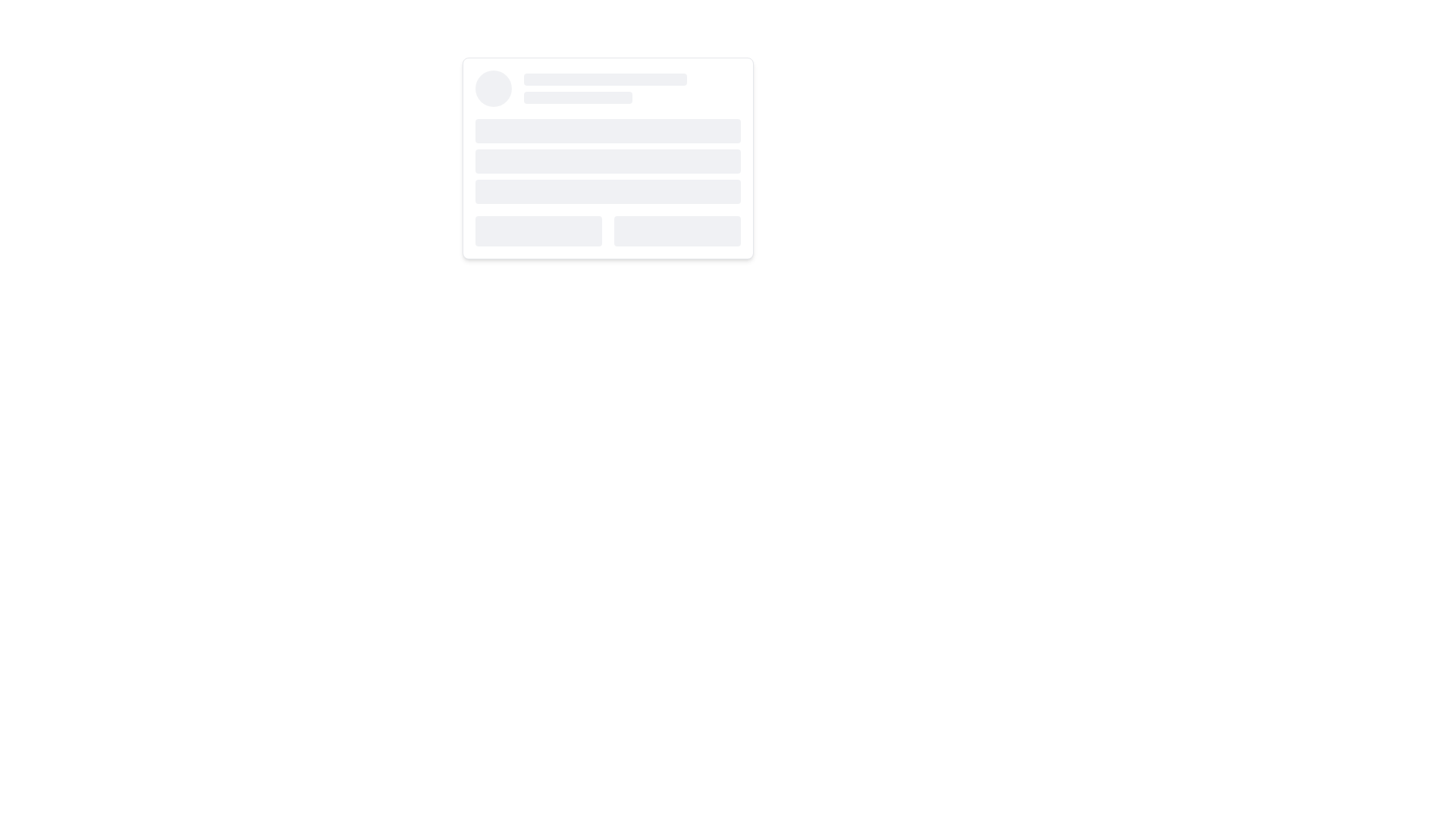  What do you see at coordinates (494, 88) in the screenshot?
I see `the Circular Placeholder, which is a circular shape with a light gray background, representing an inactive or loading state, located at the far-left of a horizontally aligned group of elements` at bounding box center [494, 88].